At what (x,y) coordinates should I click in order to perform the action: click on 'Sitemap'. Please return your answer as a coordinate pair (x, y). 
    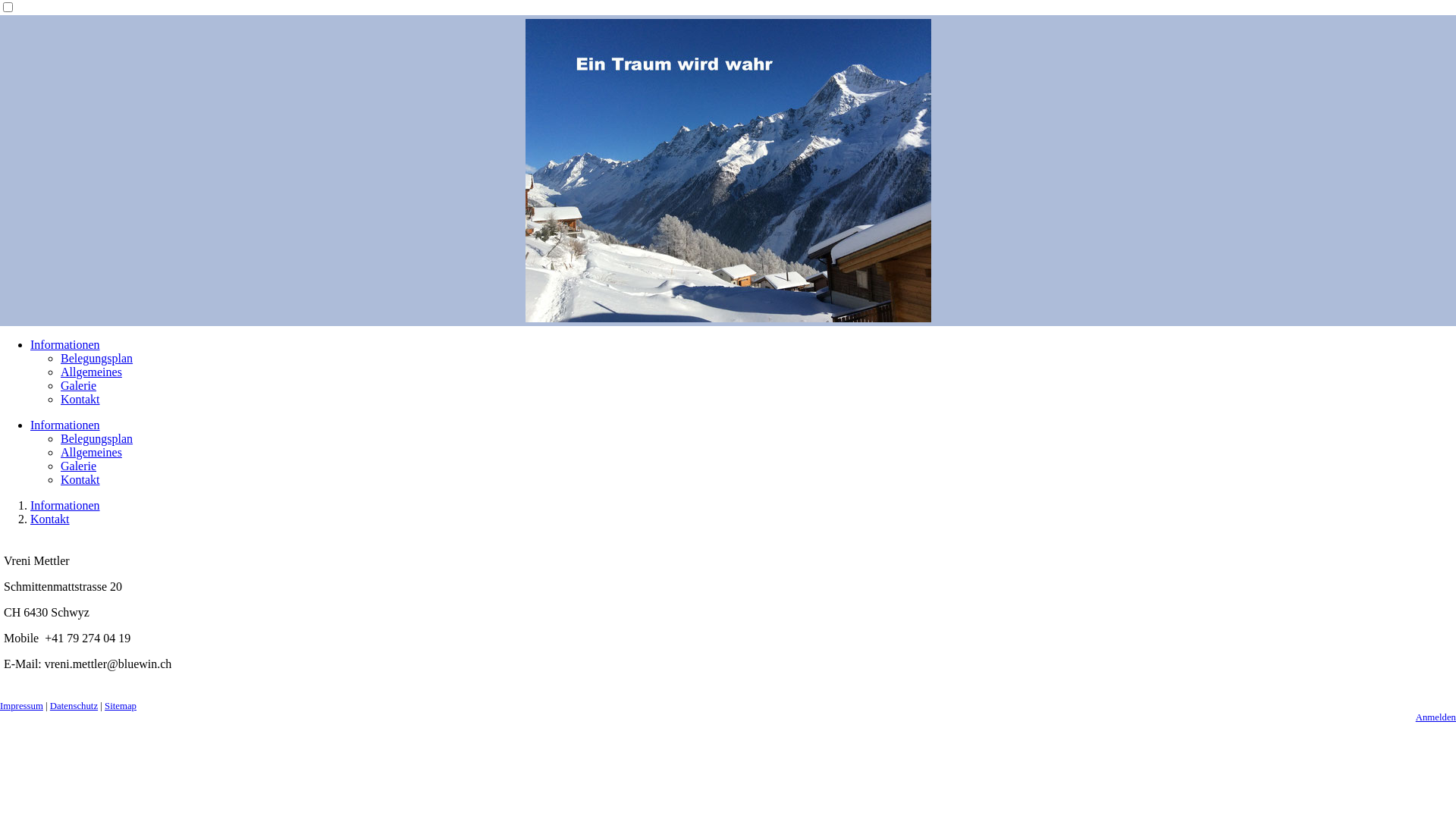
    Looking at the image, I should click on (119, 705).